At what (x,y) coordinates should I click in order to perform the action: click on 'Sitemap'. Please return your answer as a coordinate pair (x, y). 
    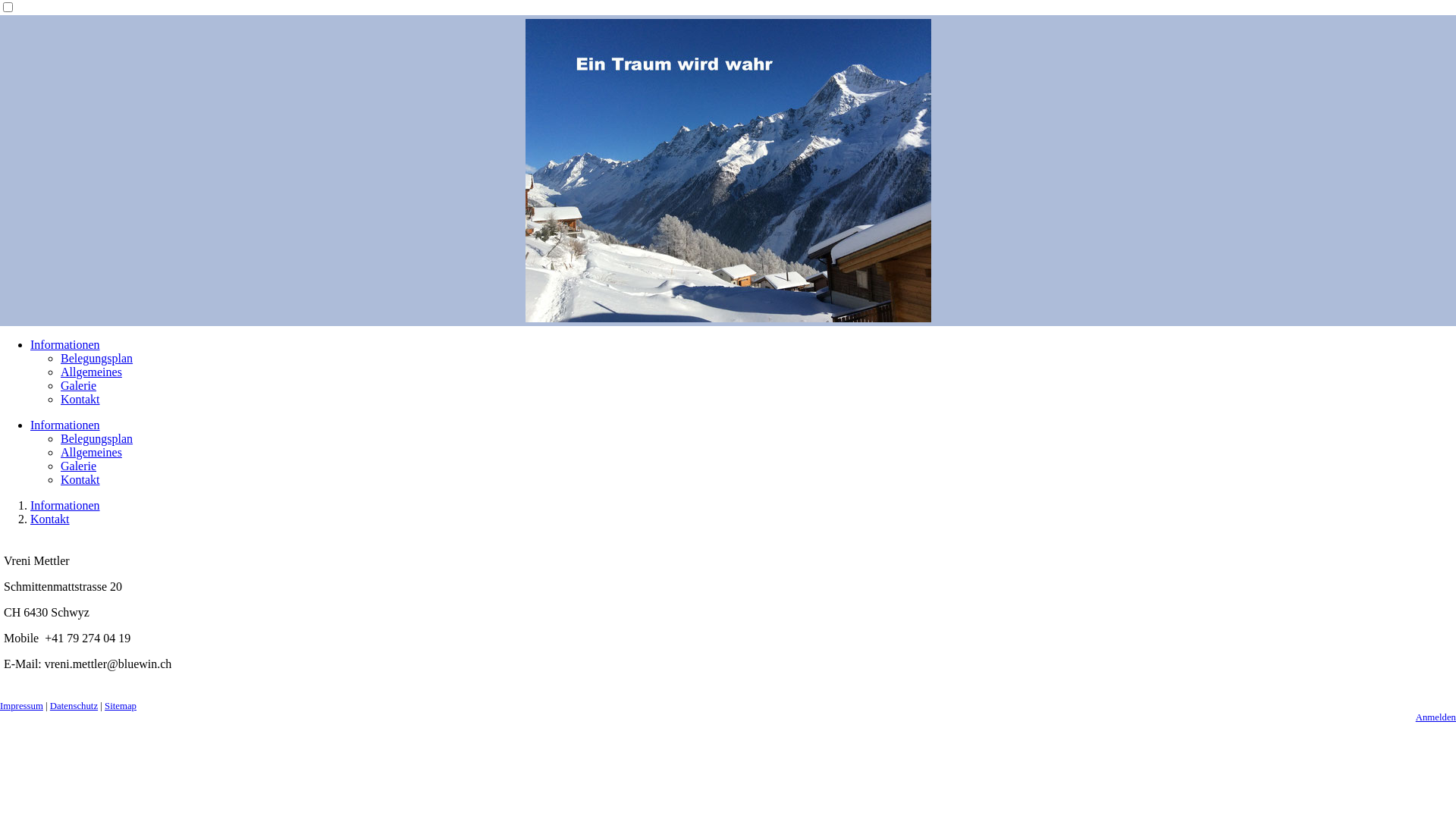
    Looking at the image, I should click on (119, 705).